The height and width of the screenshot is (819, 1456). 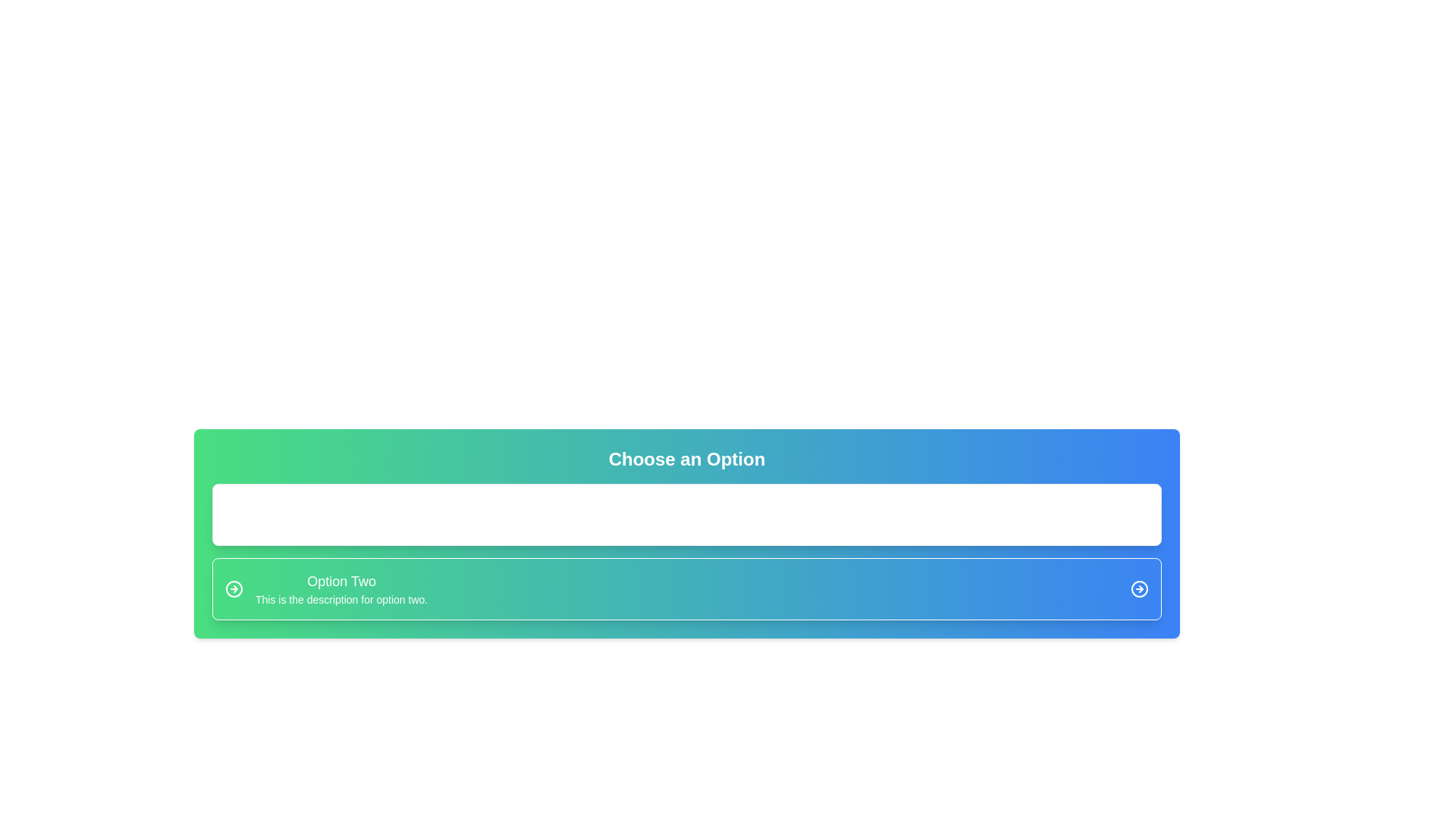 I want to click on the text heading element that displays 'Choose an Option', so click(x=686, y=458).